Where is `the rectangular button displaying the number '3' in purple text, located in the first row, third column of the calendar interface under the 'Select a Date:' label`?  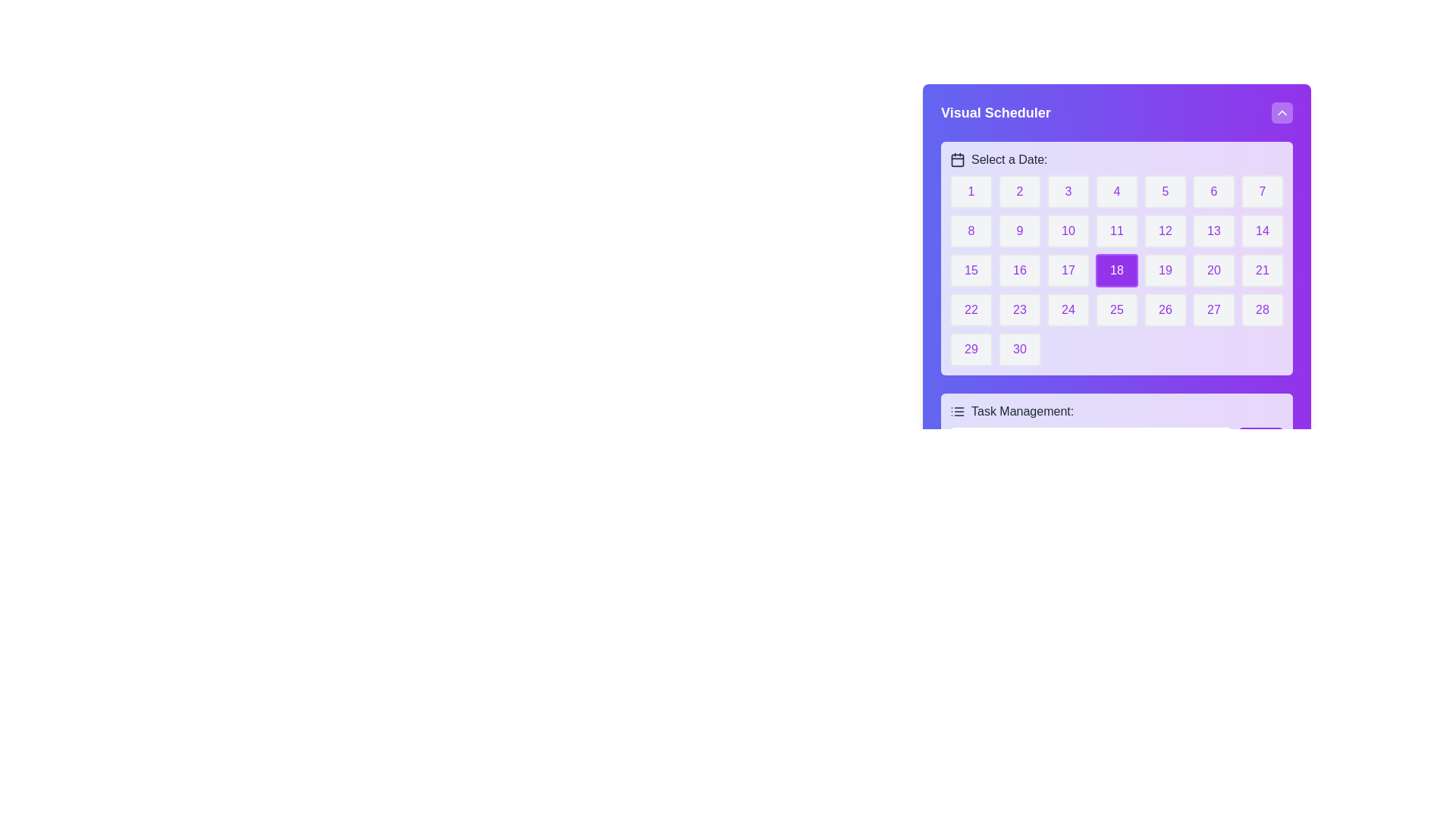
the rectangular button displaying the number '3' in purple text, located in the first row, third column of the calendar interface under the 'Select a Date:' label is located at coordinates (1068, 191).